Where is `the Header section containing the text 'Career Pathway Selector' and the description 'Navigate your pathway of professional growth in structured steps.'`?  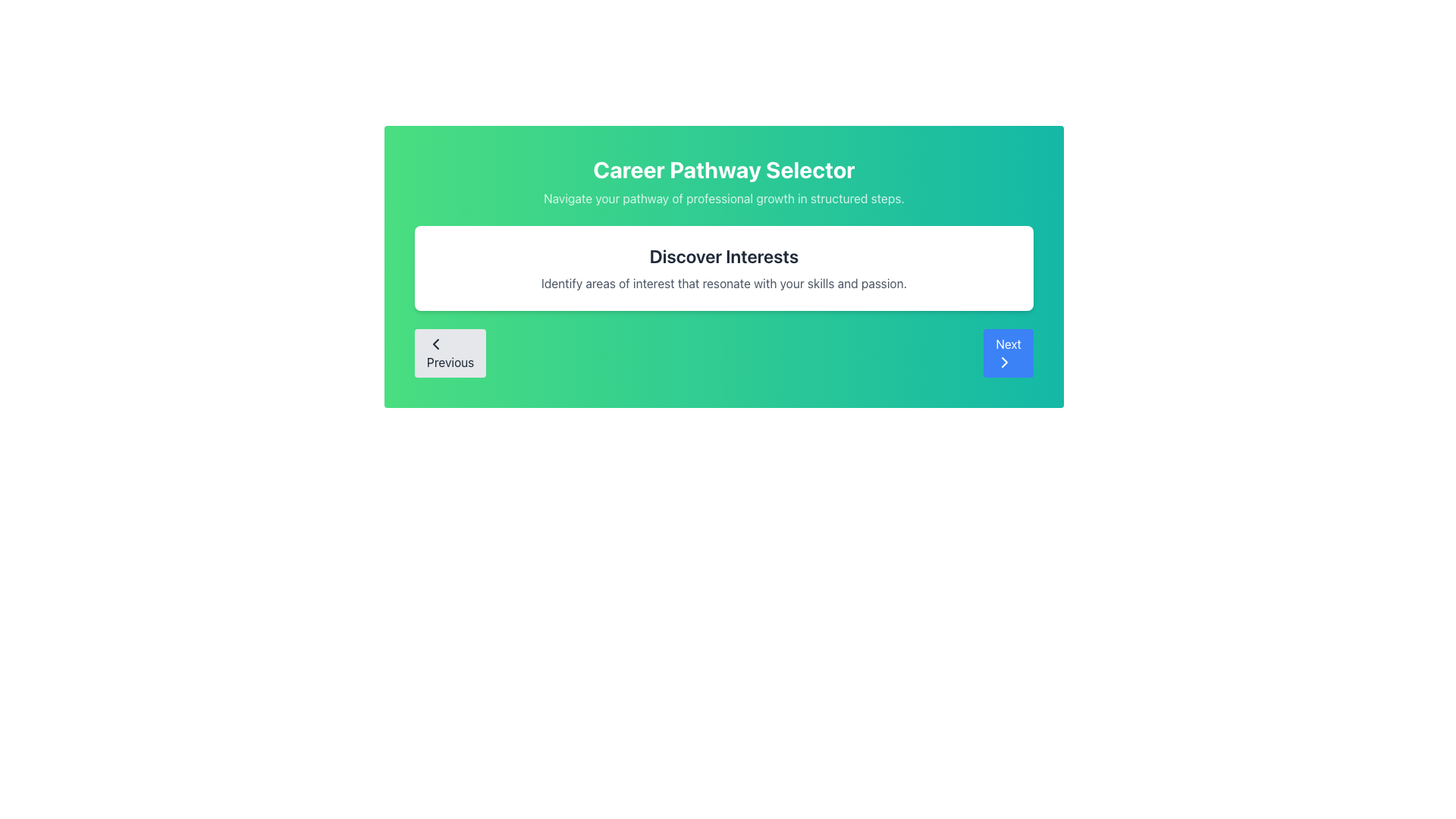
the Header section containing the text 'Career Pathway Selector' and the description 'Navigate your pathway of professional growth in structured steps.' is located at coordinates (723, 180).